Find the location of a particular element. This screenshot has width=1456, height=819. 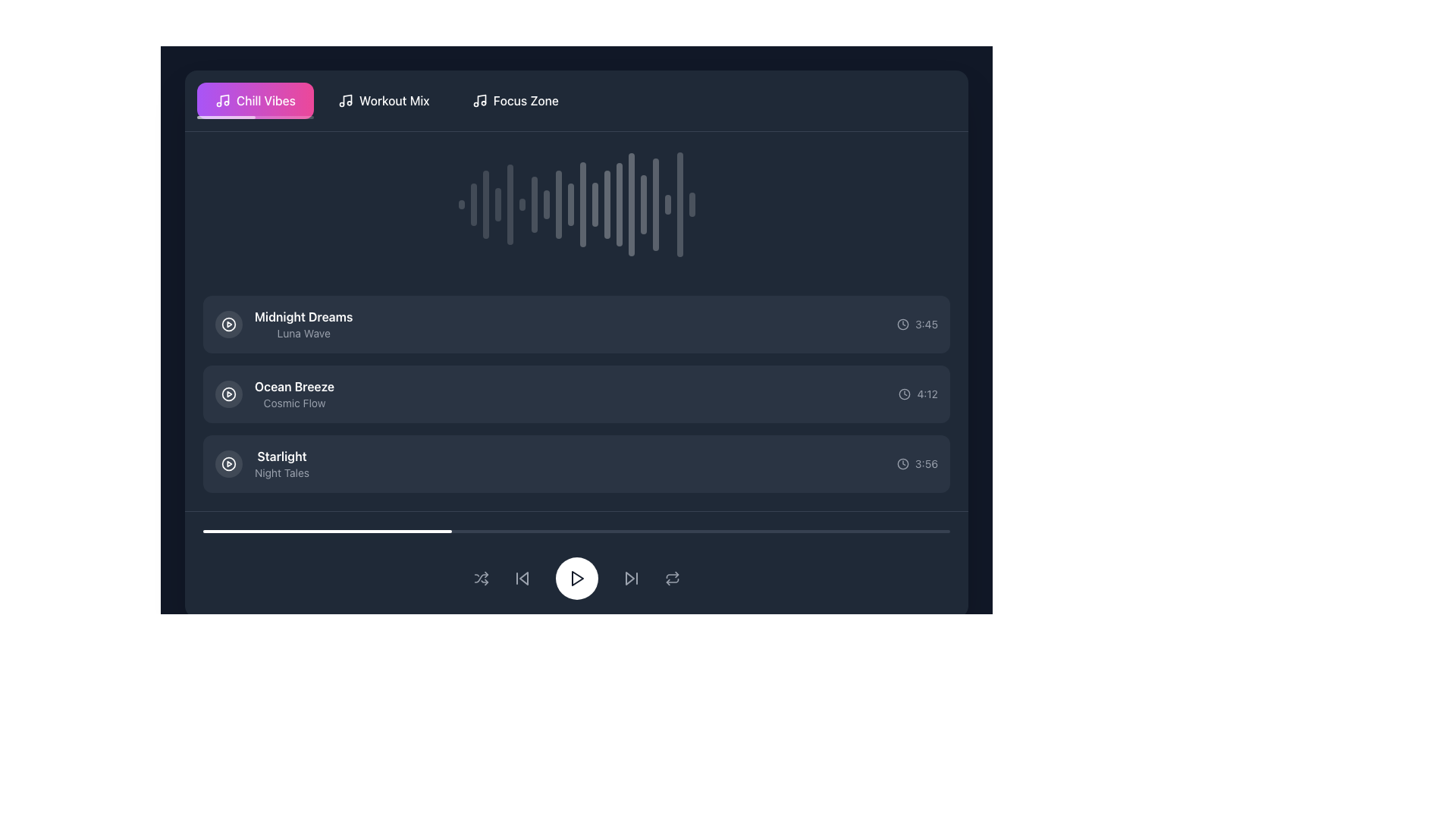

the 10th vertical bar of the dynamic waveform visualization, which represents a segment of audio playback is located at coordinates (570, 205).